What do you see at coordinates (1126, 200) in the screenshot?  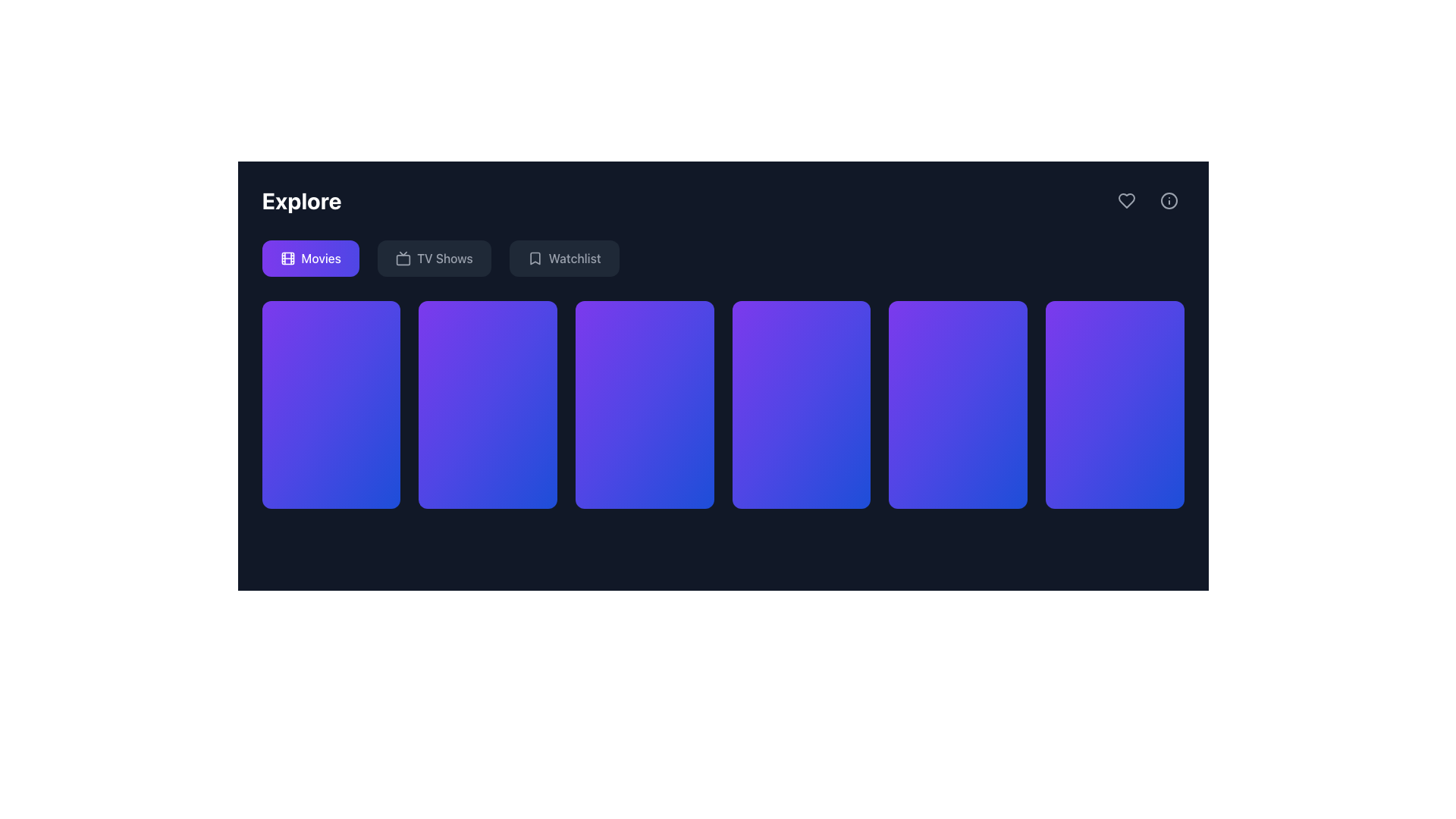 I see `the heart-shaped icon button, which has a gray outline and hollow center` at bounding box center [1126, 200].